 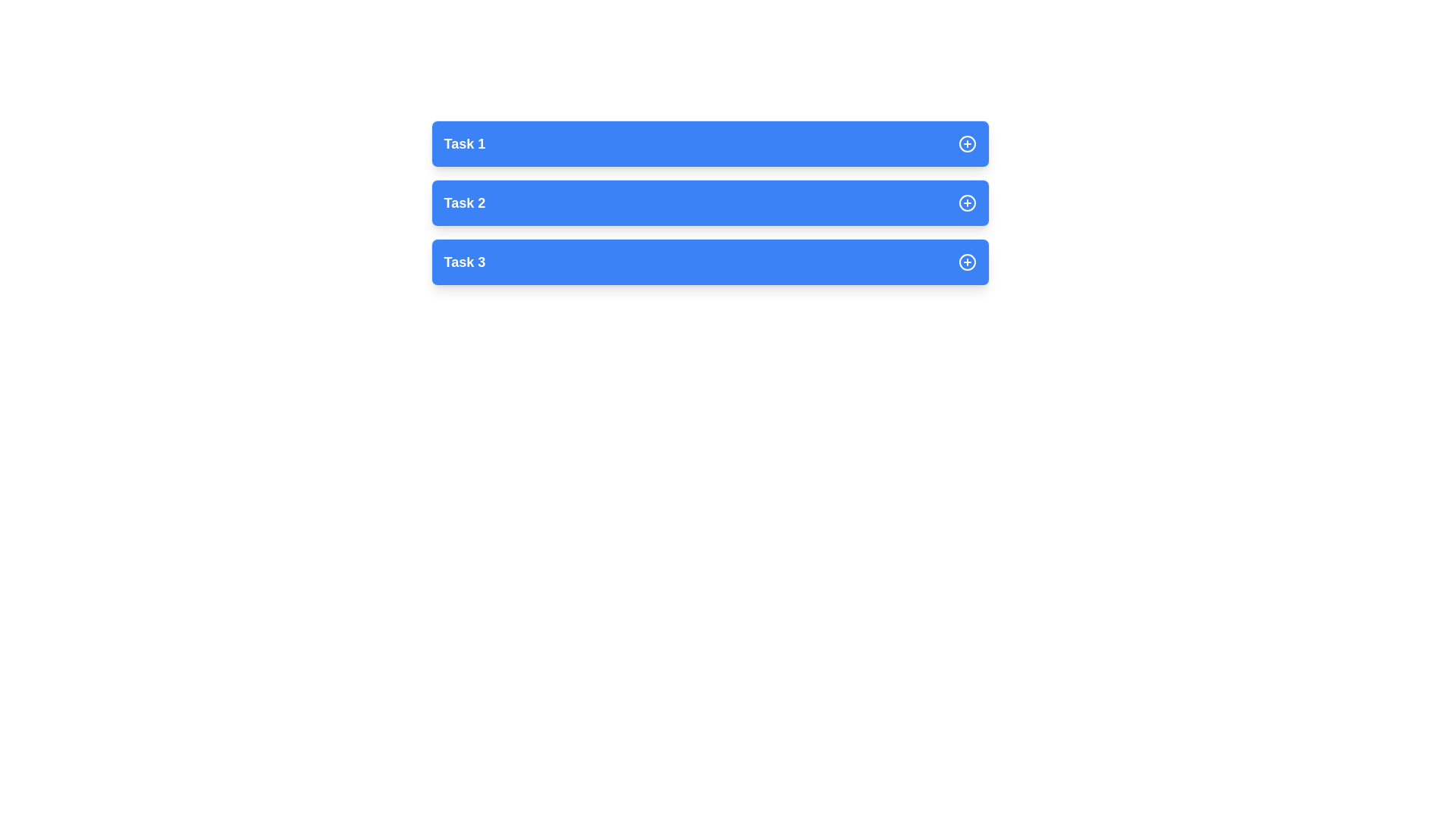 I want to click on the circular icon button with a plus symbol inside, located on the far right side of the 'Task 2' bar, so click(x=966, y=202).